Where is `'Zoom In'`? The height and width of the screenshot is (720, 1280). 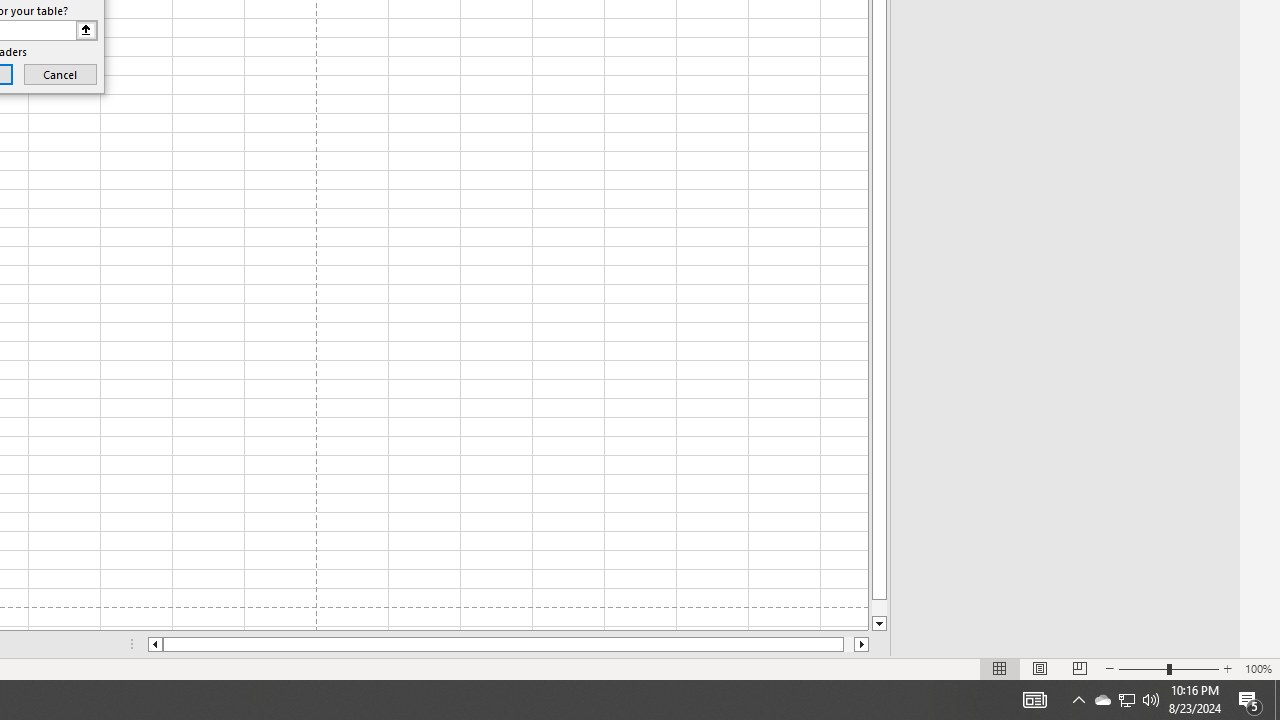 'Zoom In' is located at coordinates (1226, 669).